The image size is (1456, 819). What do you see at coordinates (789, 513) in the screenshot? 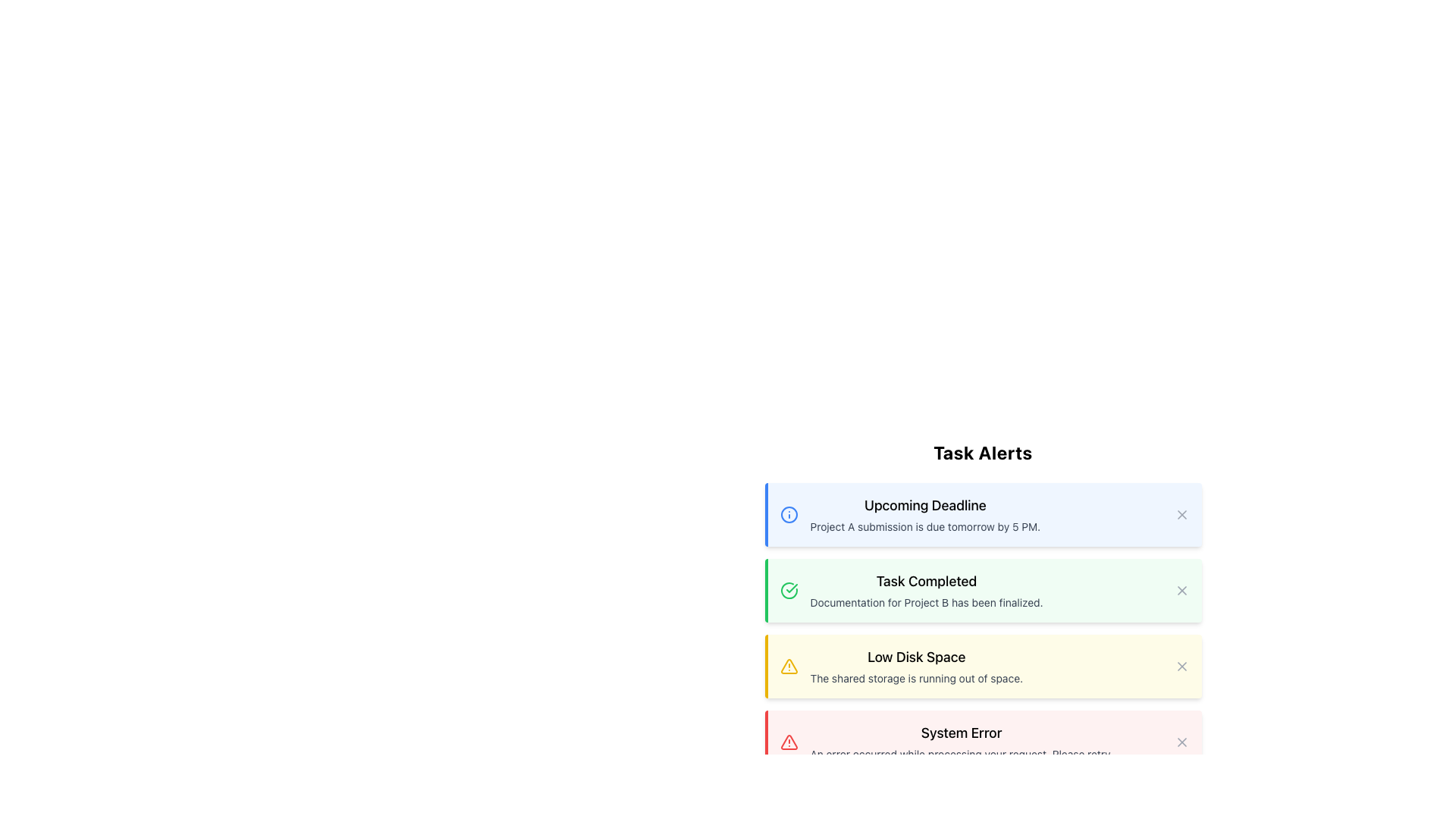
I see `the circular blue icon on the left of the 'Upcoming Deadline' section` at bounding box center [789, 513].